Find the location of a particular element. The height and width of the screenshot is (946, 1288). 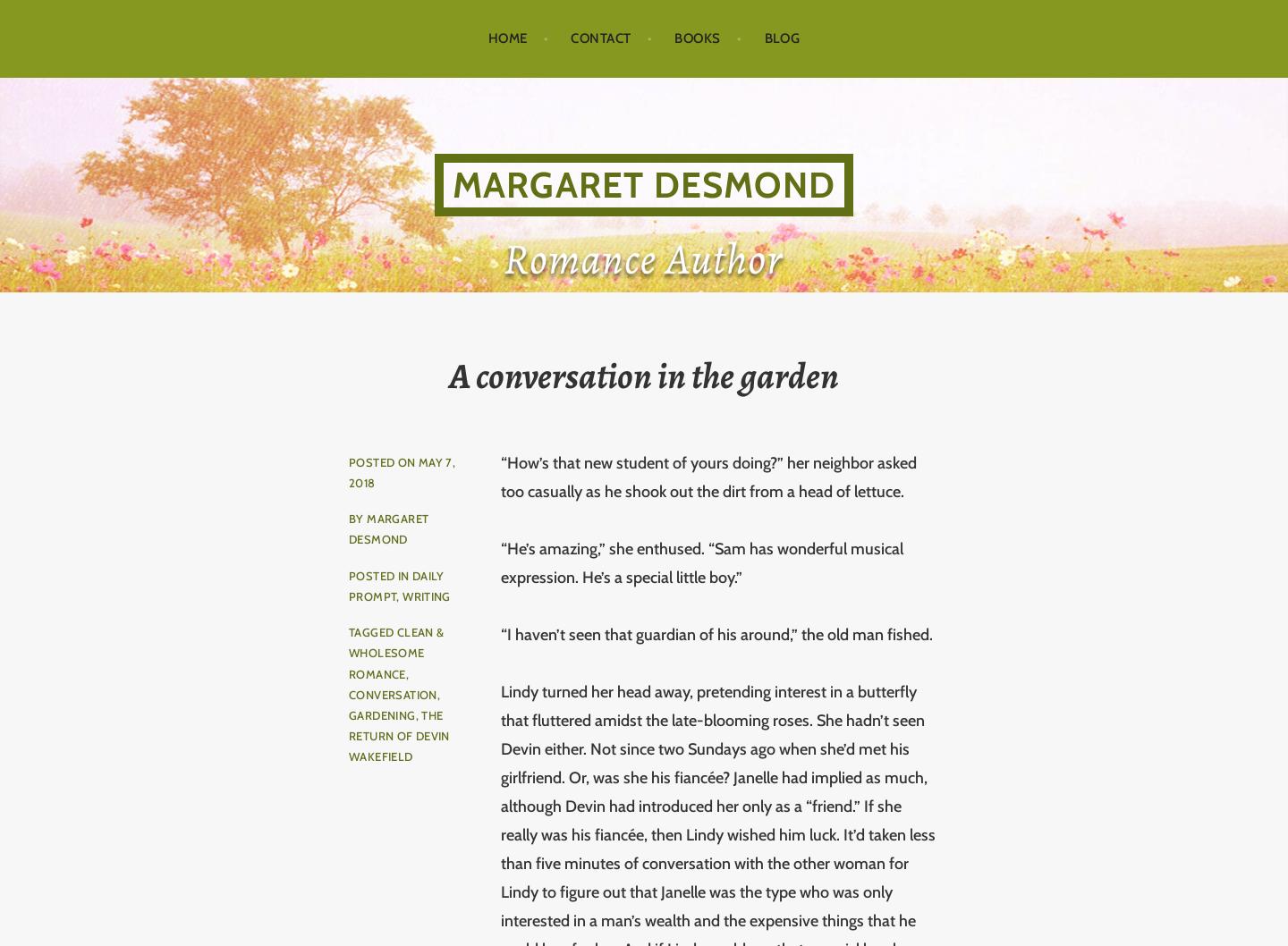

'Daily Prompt' is located at coordinates (395, 584).